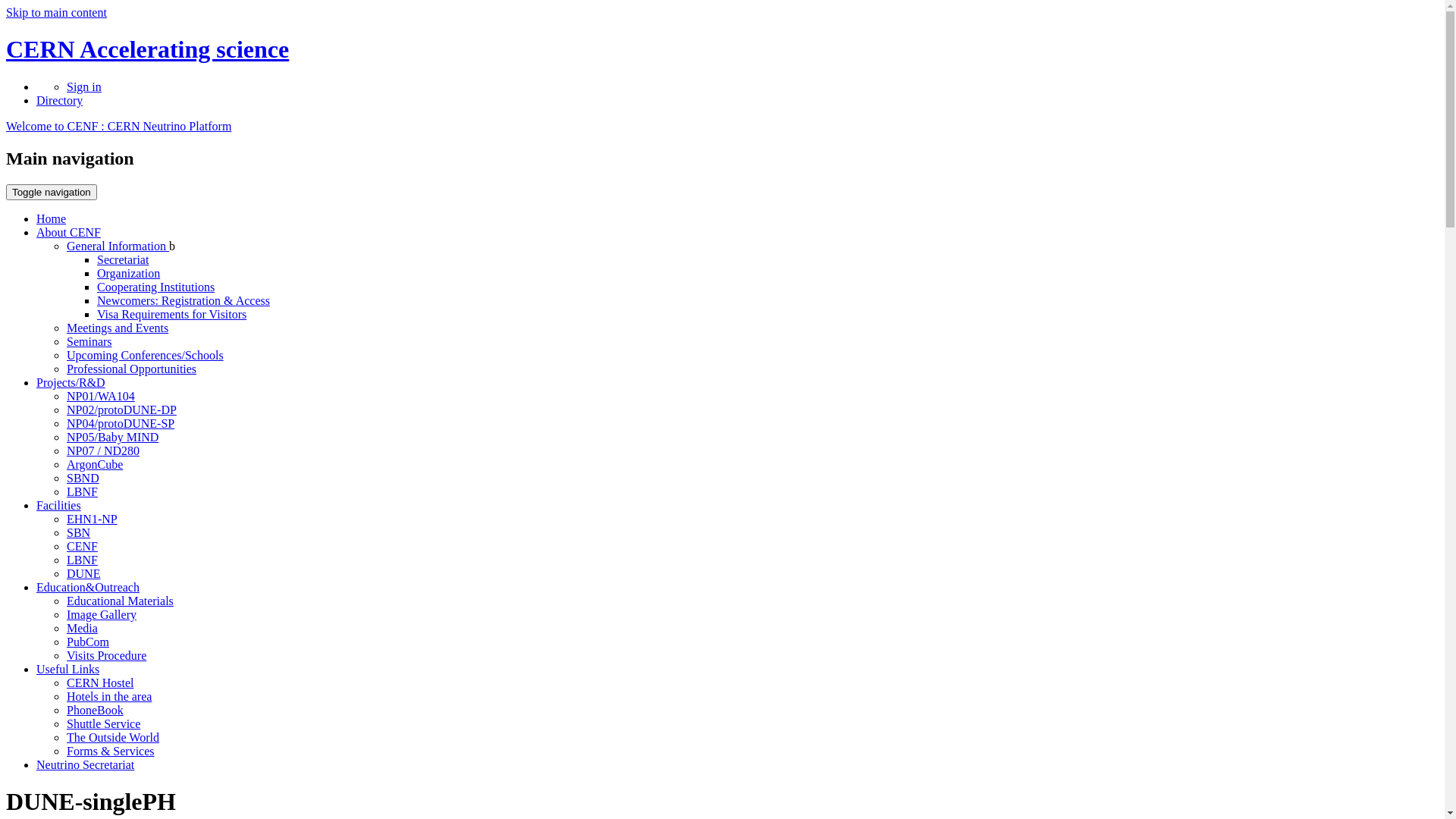 This screenshot has height=819, width=1456. Describe the element at coordinates (109, 751) in the screenshot. I see `'Forms & Services'` at that location.